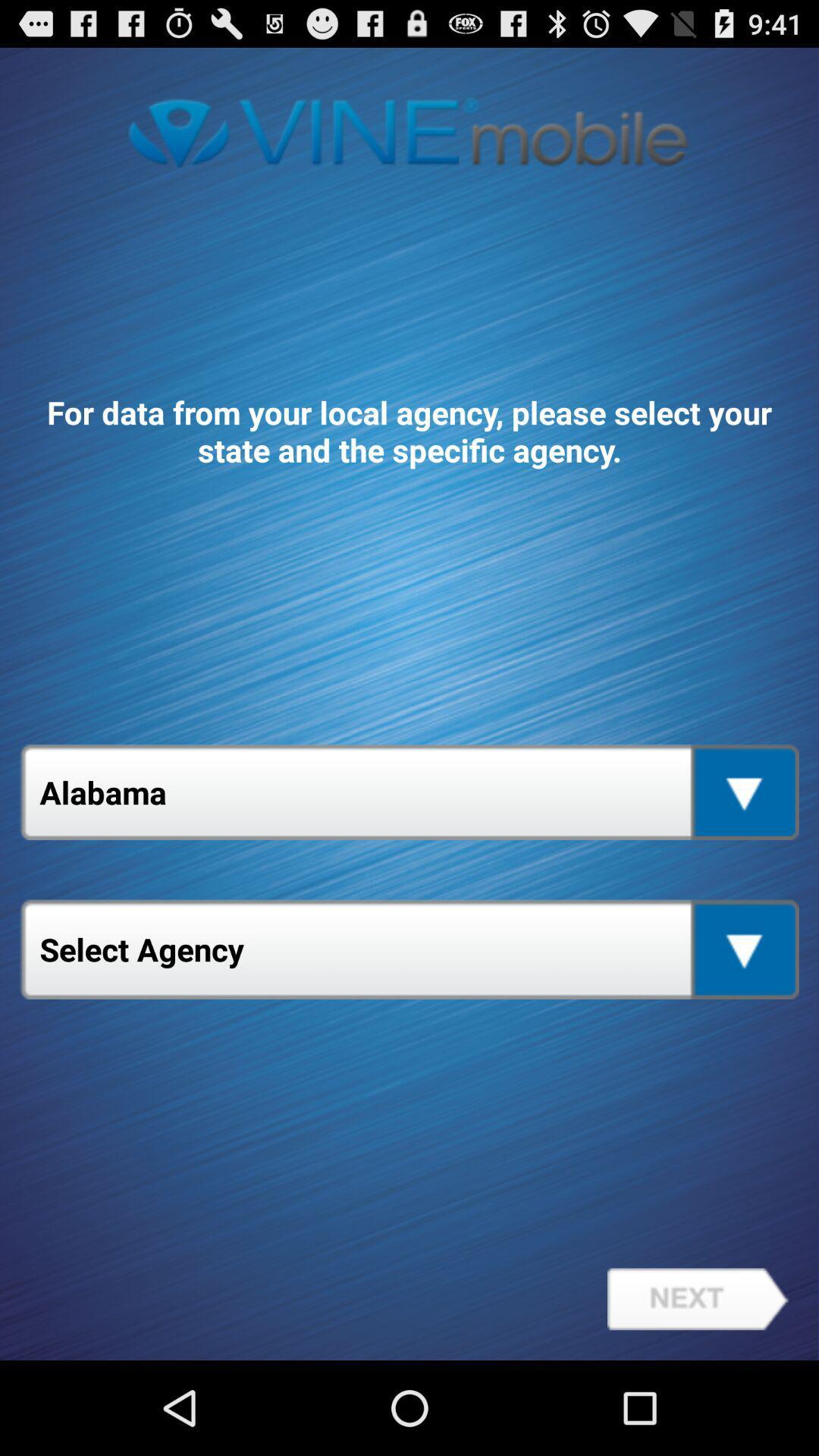  I want to click on the alabama item, so click(409, 791).